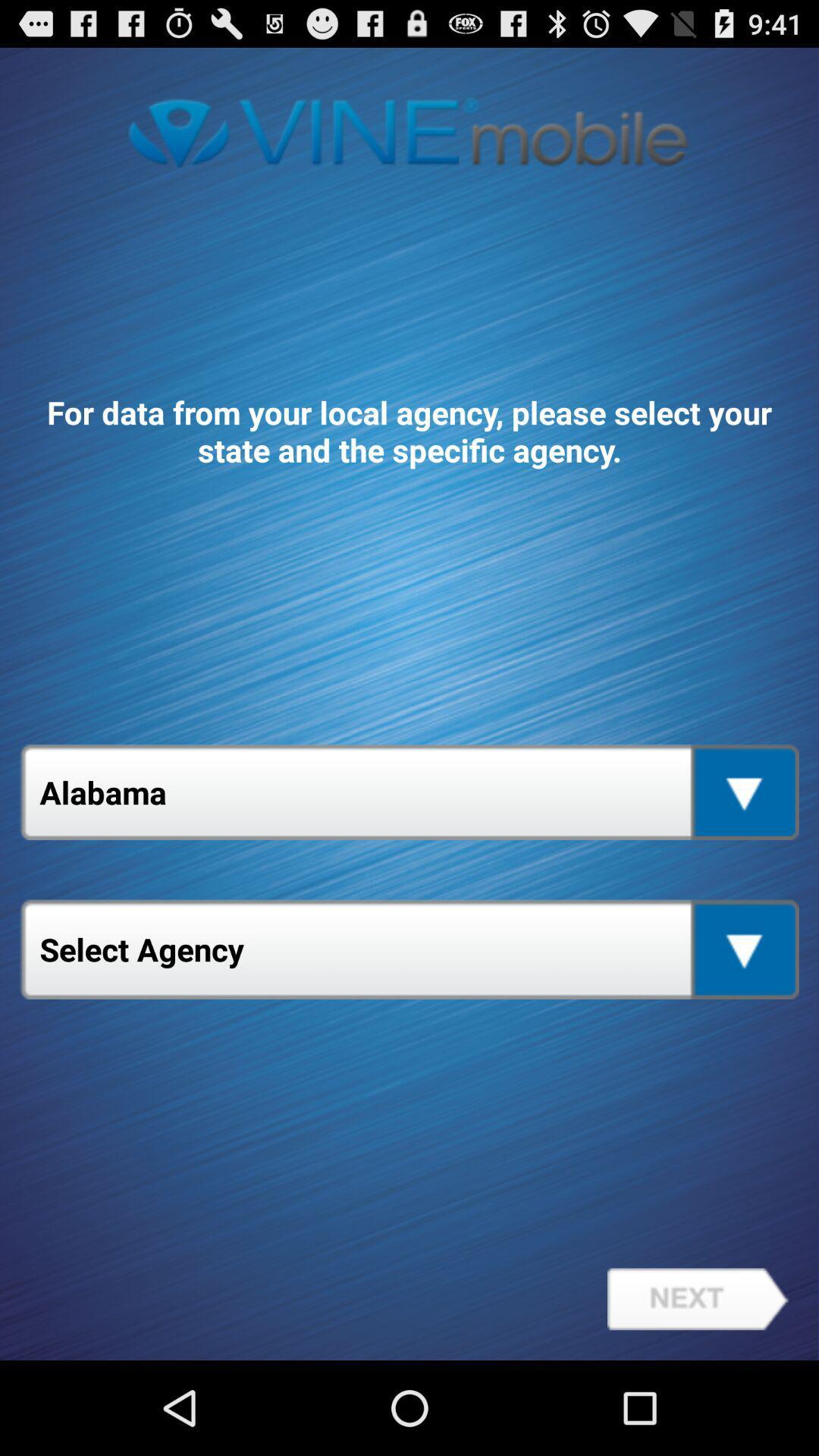  I want to click on the alabama item, so click(409, 791).